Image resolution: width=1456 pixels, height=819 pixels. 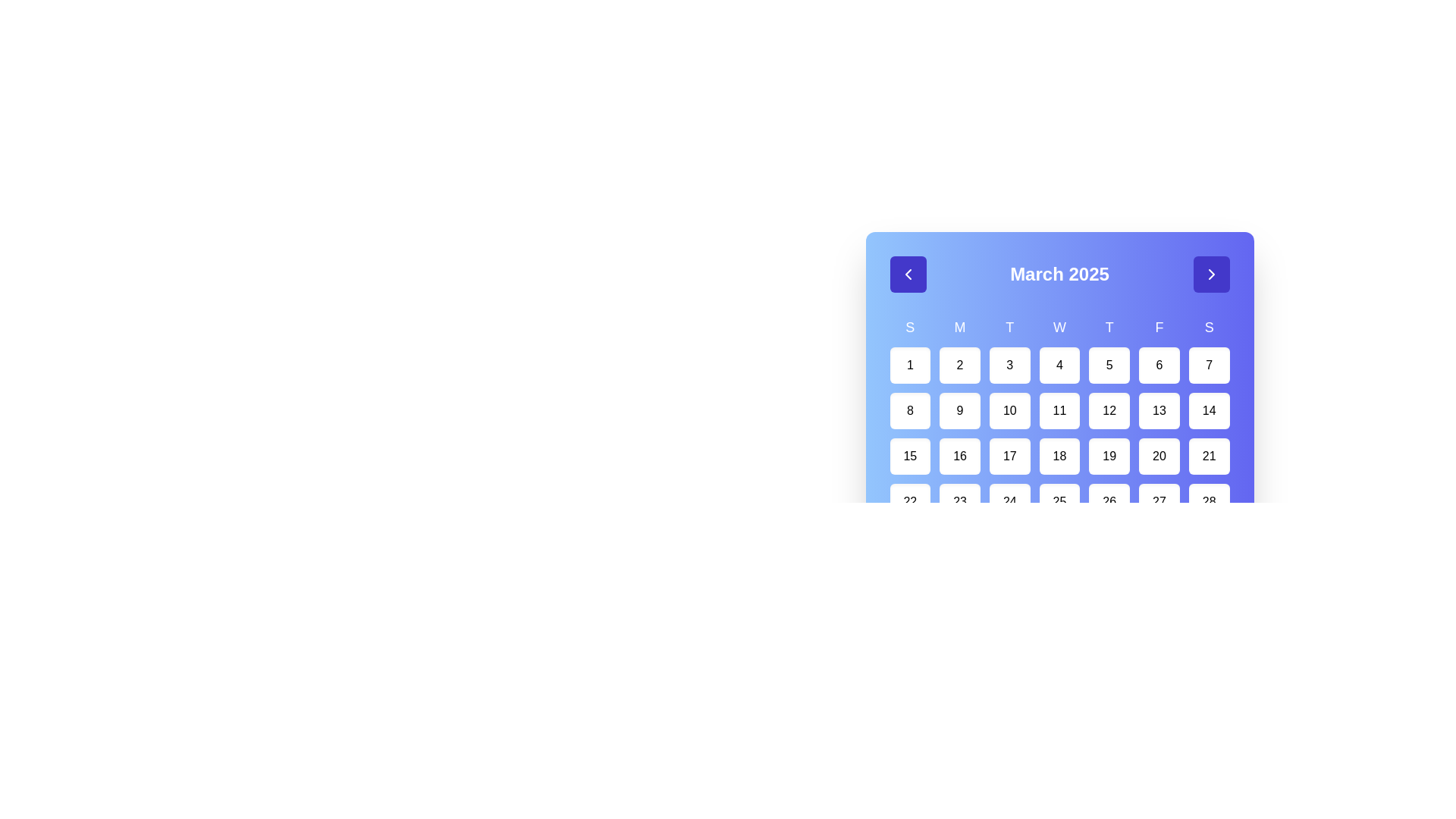 I want to click on the right-facing chevron arrow icon in white, which is enclosed within a circular boundary, located at the far right of the header bar, so click(x=1210, y=275).